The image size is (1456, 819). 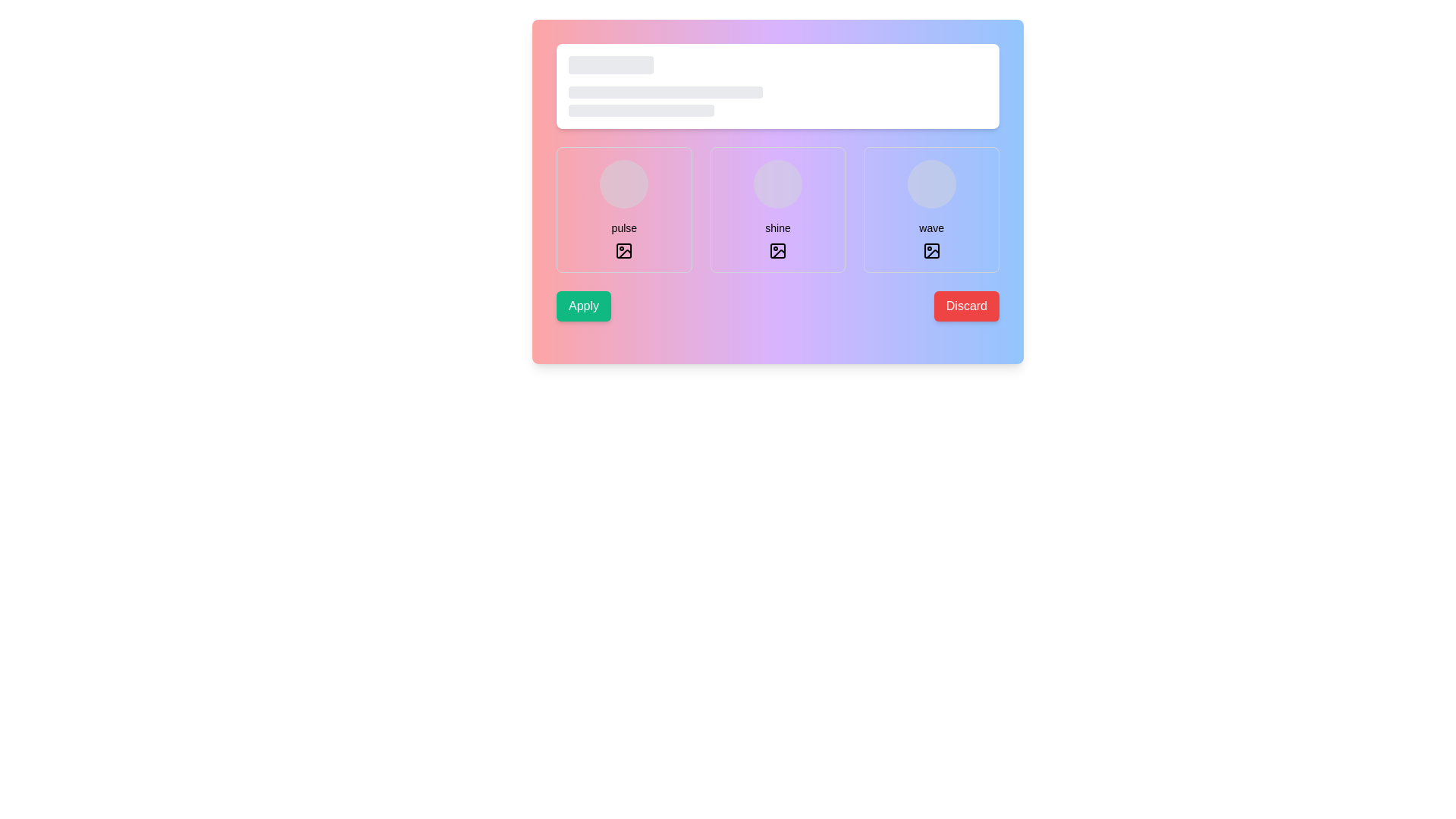 What do you see at coordinates (778, 86) in the screenshot?
I see `the Skeleton loading placeholder located at the top-central portion of the interface, which serves as a visual placeholder for loading content` at bounding box center [778, 86].